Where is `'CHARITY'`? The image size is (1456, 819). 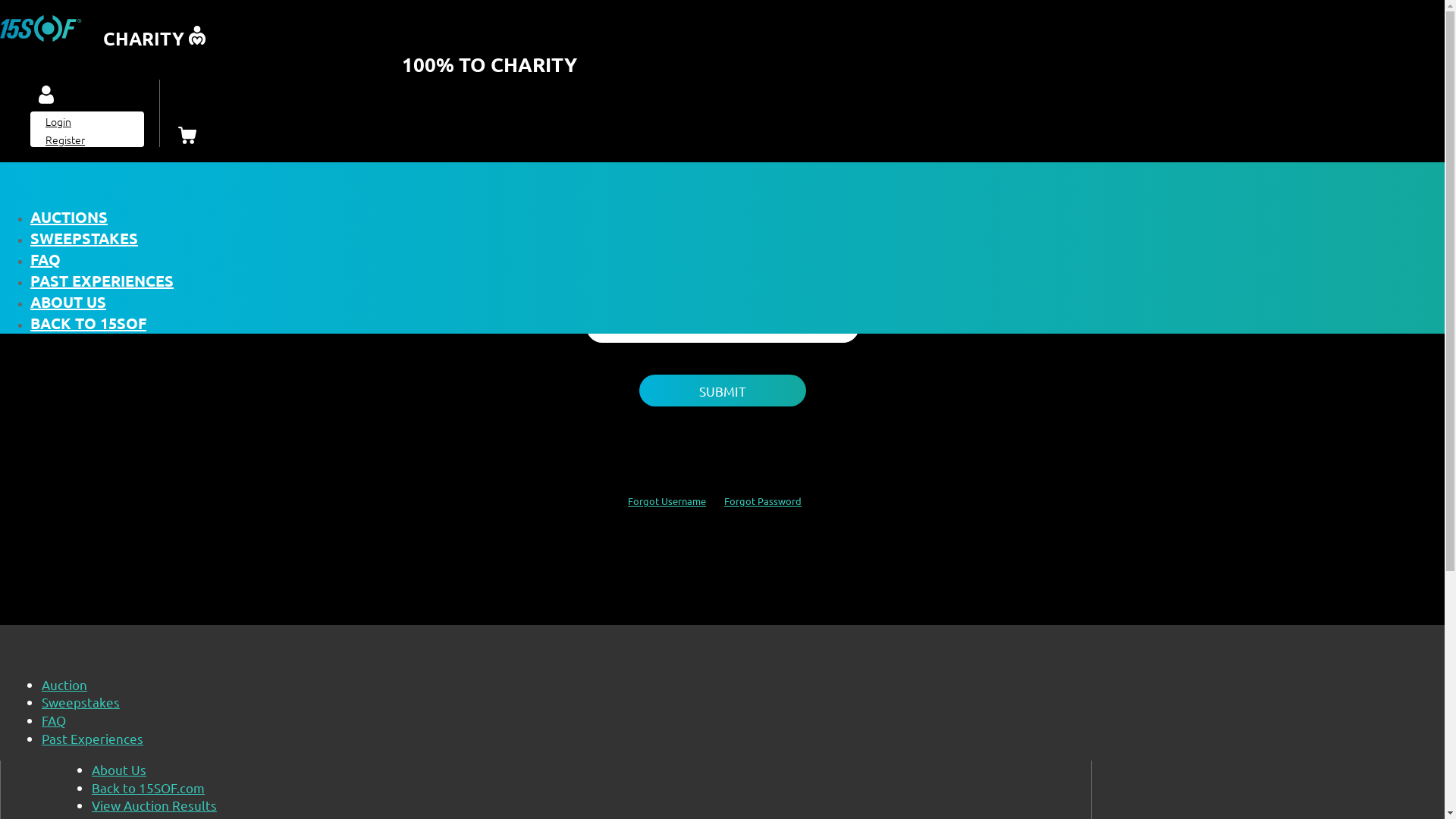
'CHARITY' is located at coordinates (0, 35).